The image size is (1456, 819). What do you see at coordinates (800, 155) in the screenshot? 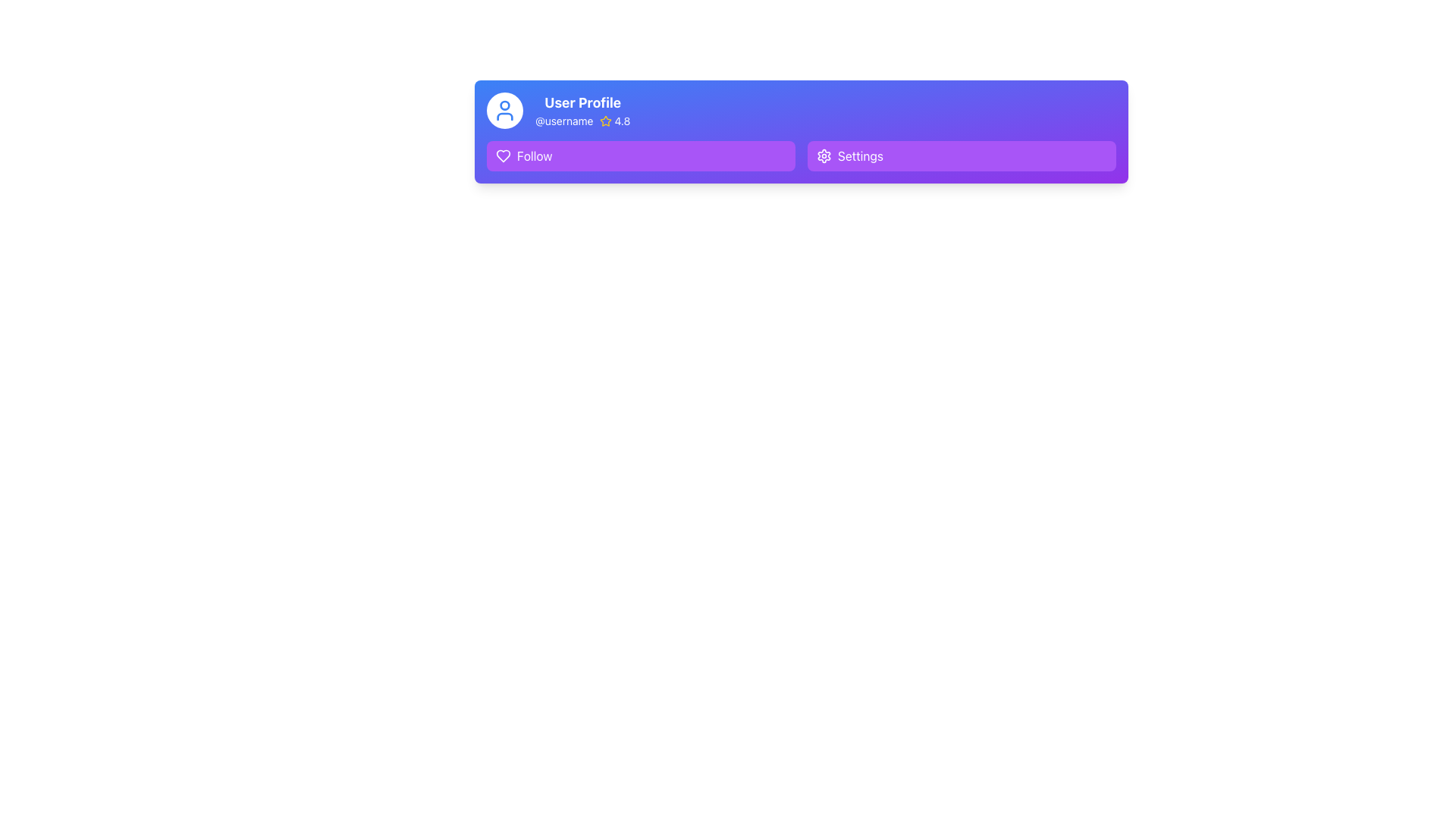
I see `the Button Group containing 'Follow' and 'Settings' buttons` at bounding box center [800, 155].